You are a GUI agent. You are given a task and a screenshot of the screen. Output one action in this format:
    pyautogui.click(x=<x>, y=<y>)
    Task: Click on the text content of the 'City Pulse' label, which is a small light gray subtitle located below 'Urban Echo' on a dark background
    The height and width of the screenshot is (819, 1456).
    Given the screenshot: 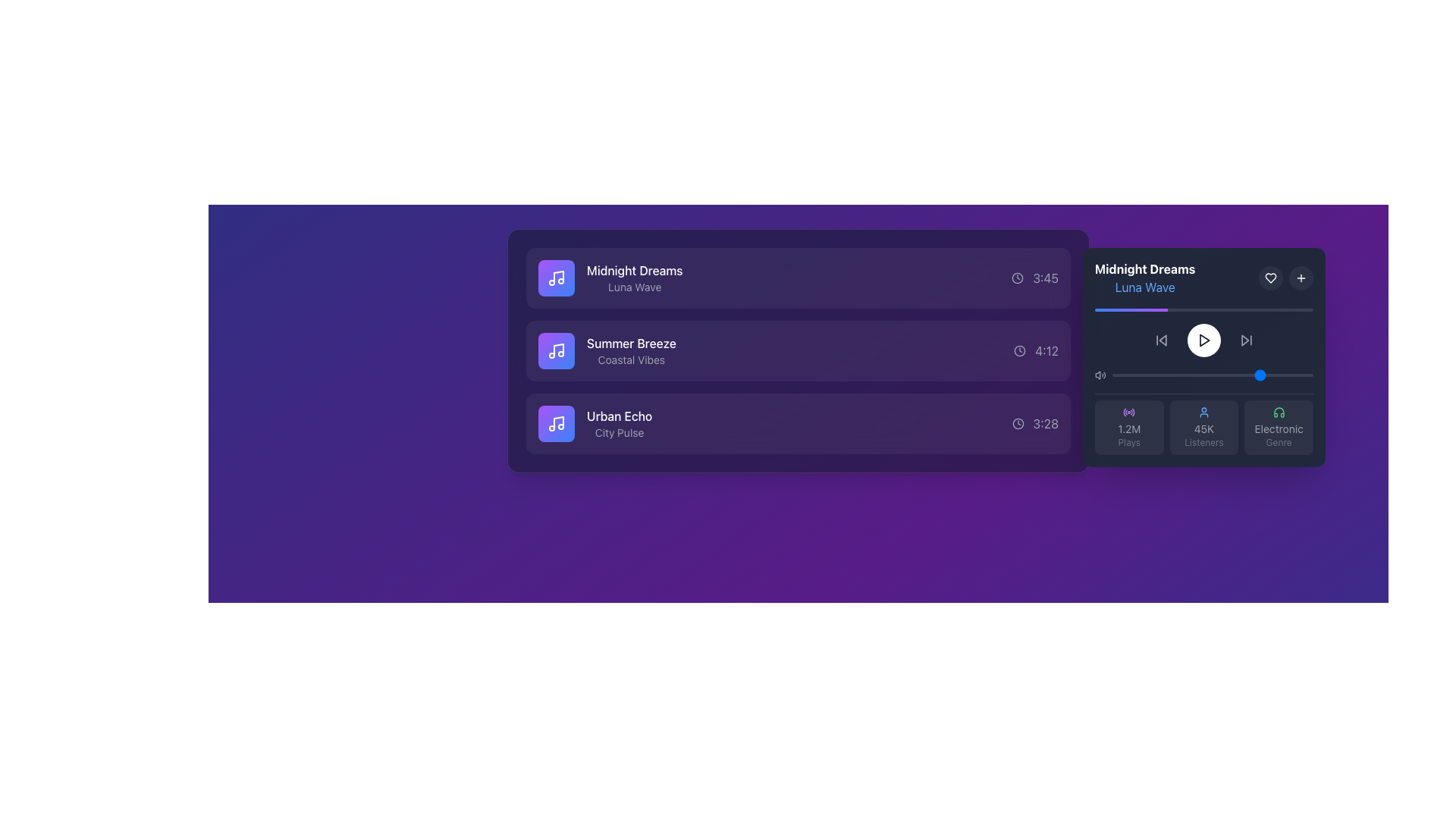 What is the action you would take?
    pyautogui.click(x=620, y=432)
    